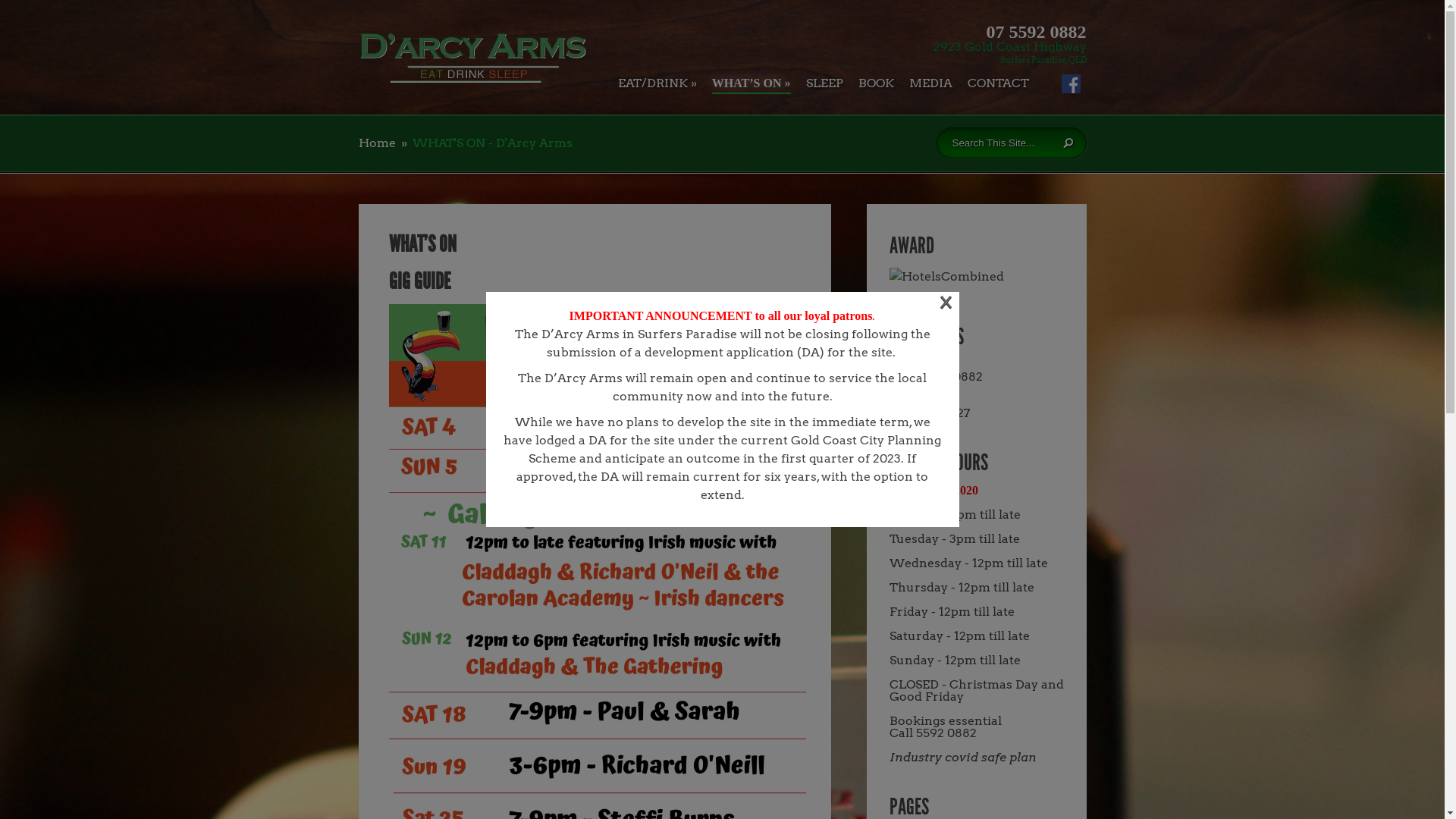 Image resolution: width=1456 pixels, height=819 pixels. What do you see at coordinates (1035, 32) in the screenshot?
I see `'07 5592 0882'` at bounding box center [1035, 32].